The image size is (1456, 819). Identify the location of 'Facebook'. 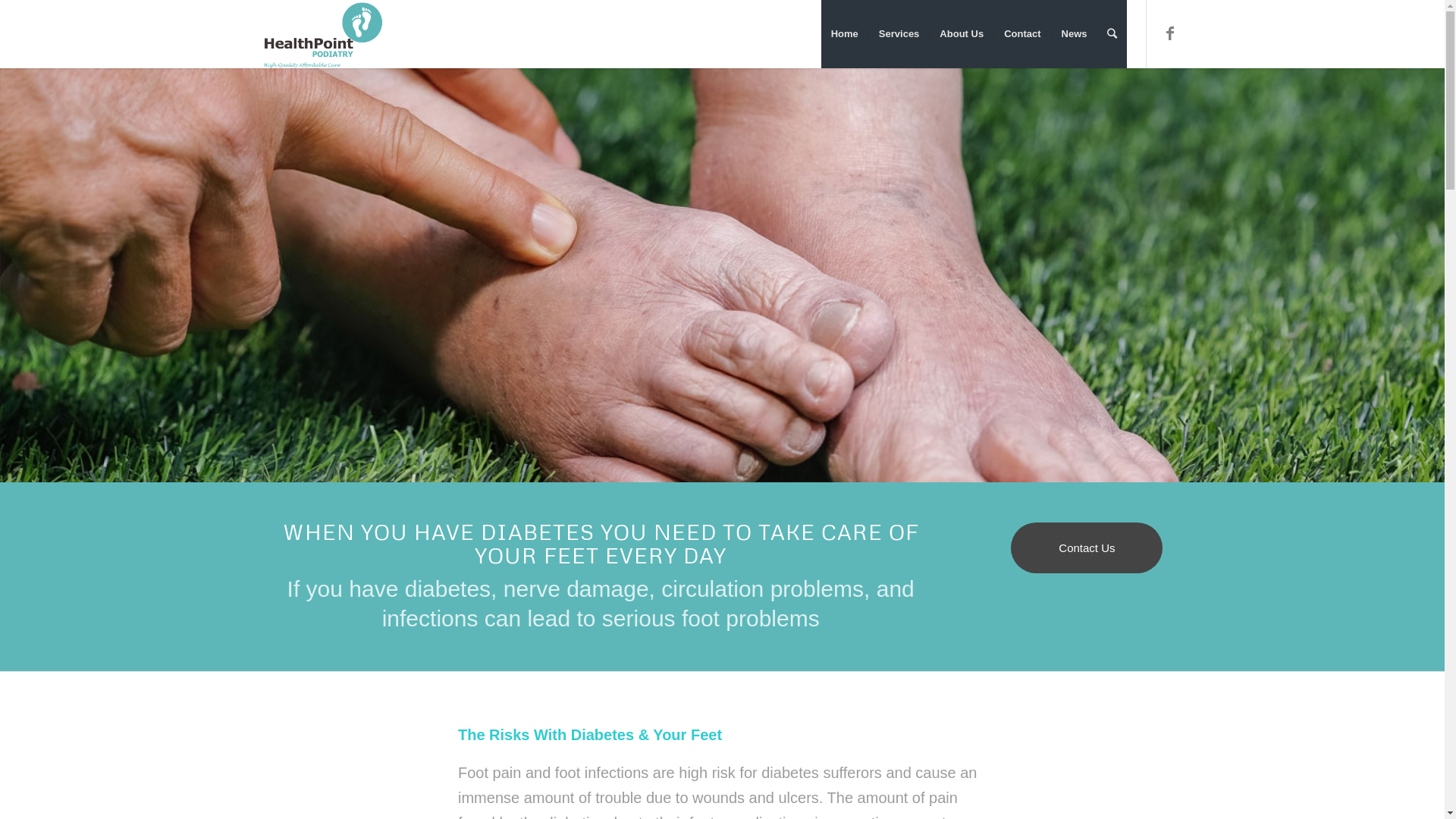
(1169, 33).